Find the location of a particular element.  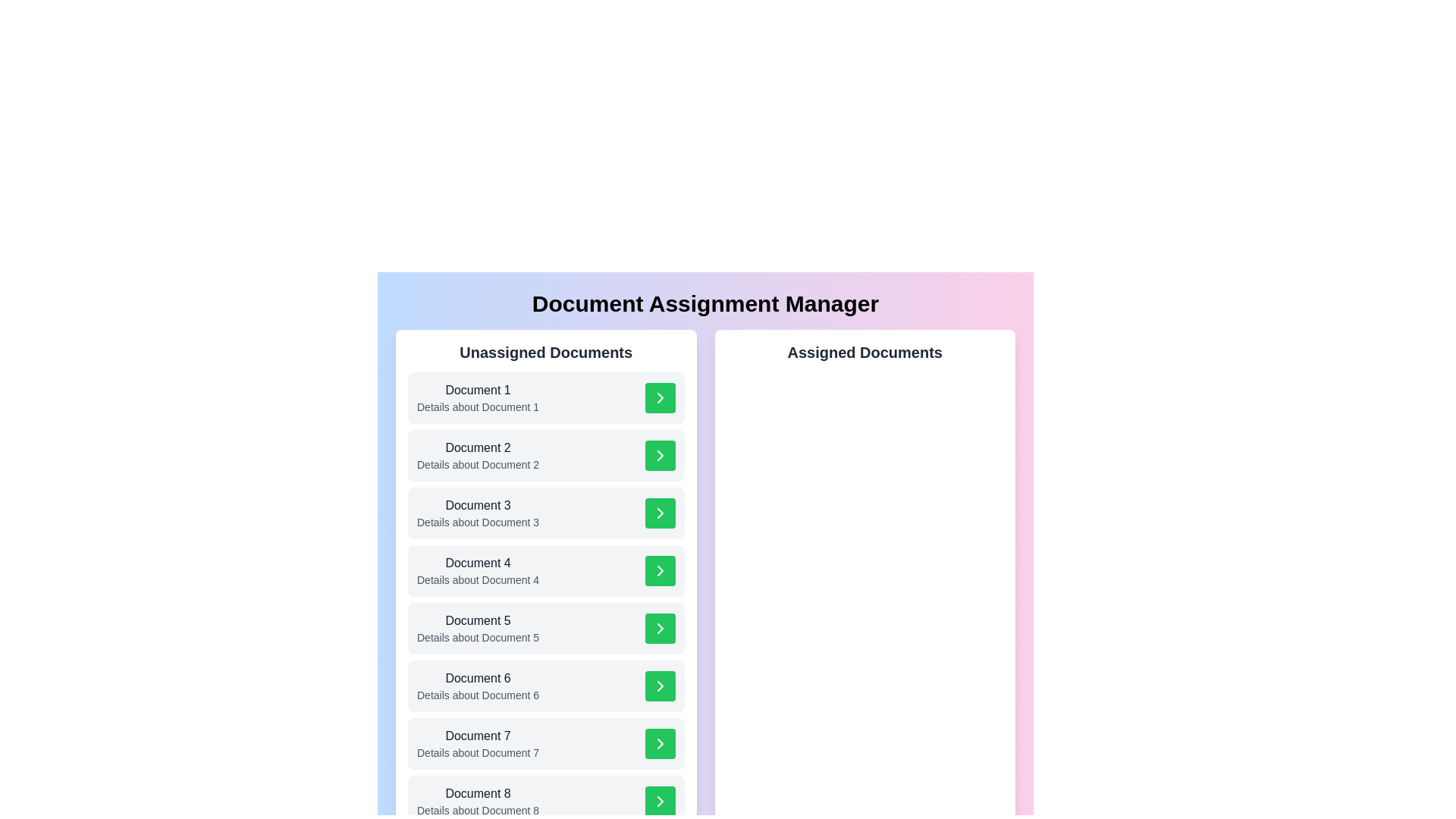

the text label displaying 'Document 5' styled in dark gray within the 'Unassigned Documents' column is located at coordinates (477, 620).